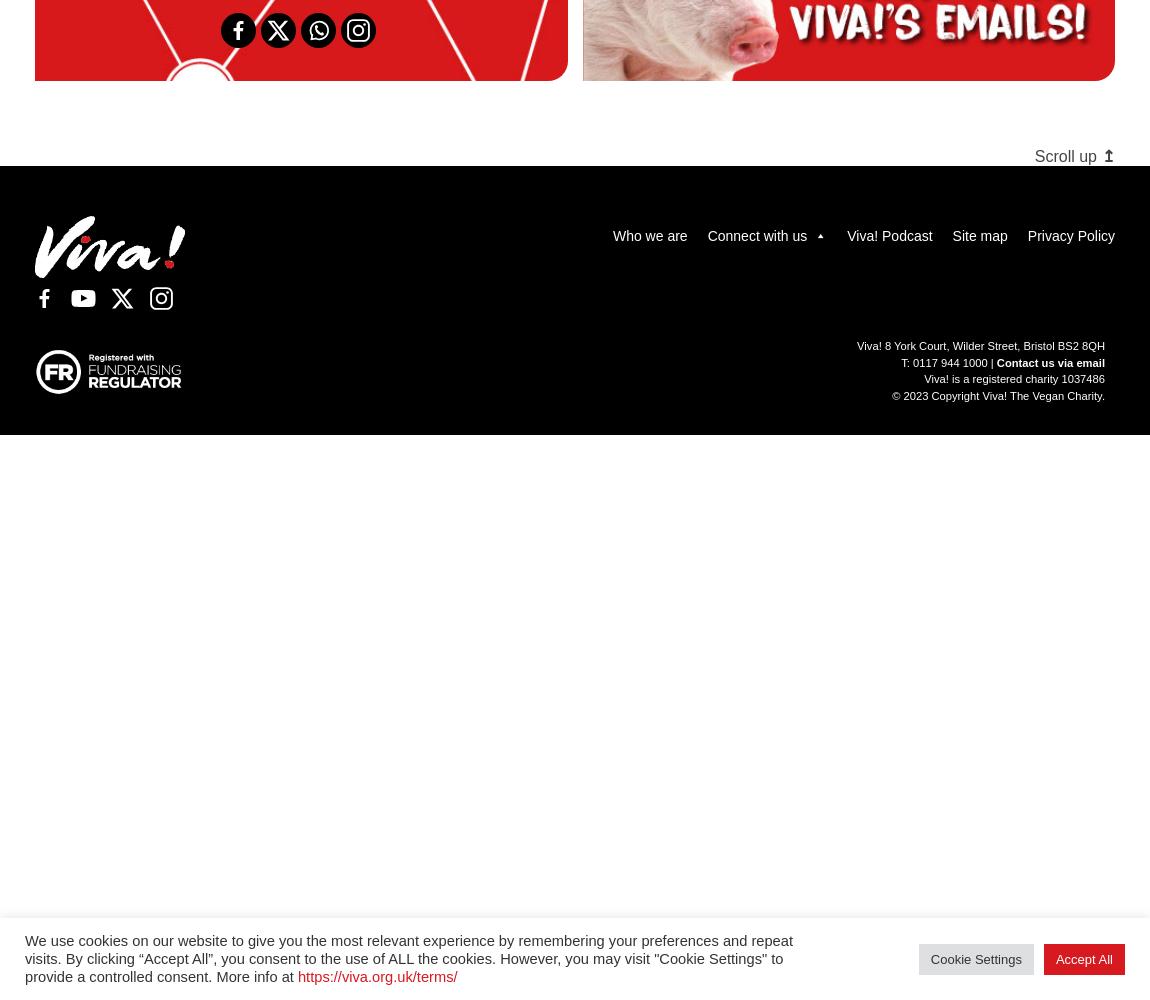  Describe the element at coordinates (855, 344) in the screenshot. I see `'Viva! 8 York Court, Wilder Street, Bristol BS2 8QH'` at that location.